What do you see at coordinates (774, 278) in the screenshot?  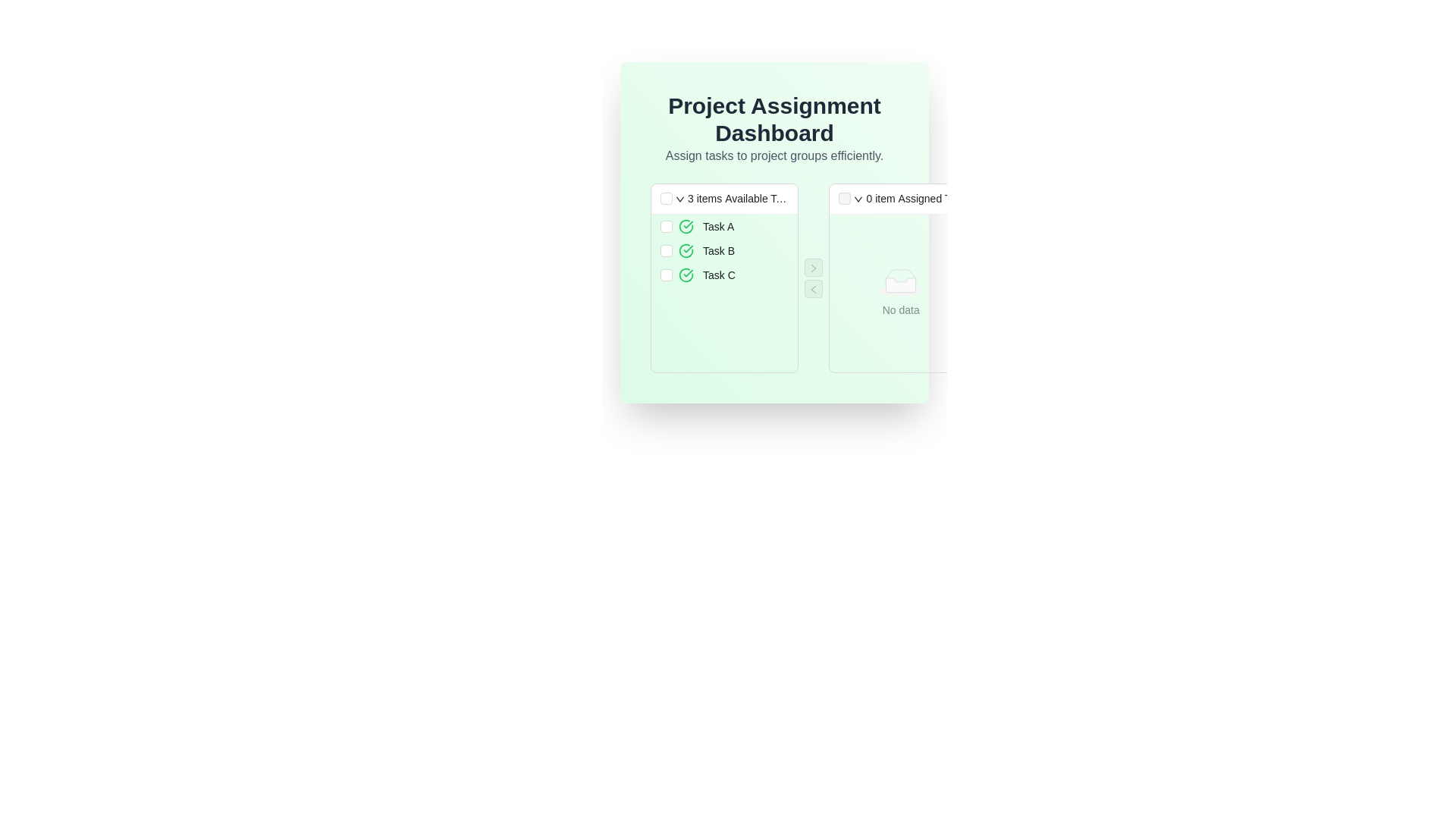 I see `the checkbox in the 'Available Tasks' pane on the left side of the task transfer interface` at bounding box center [774, 278].